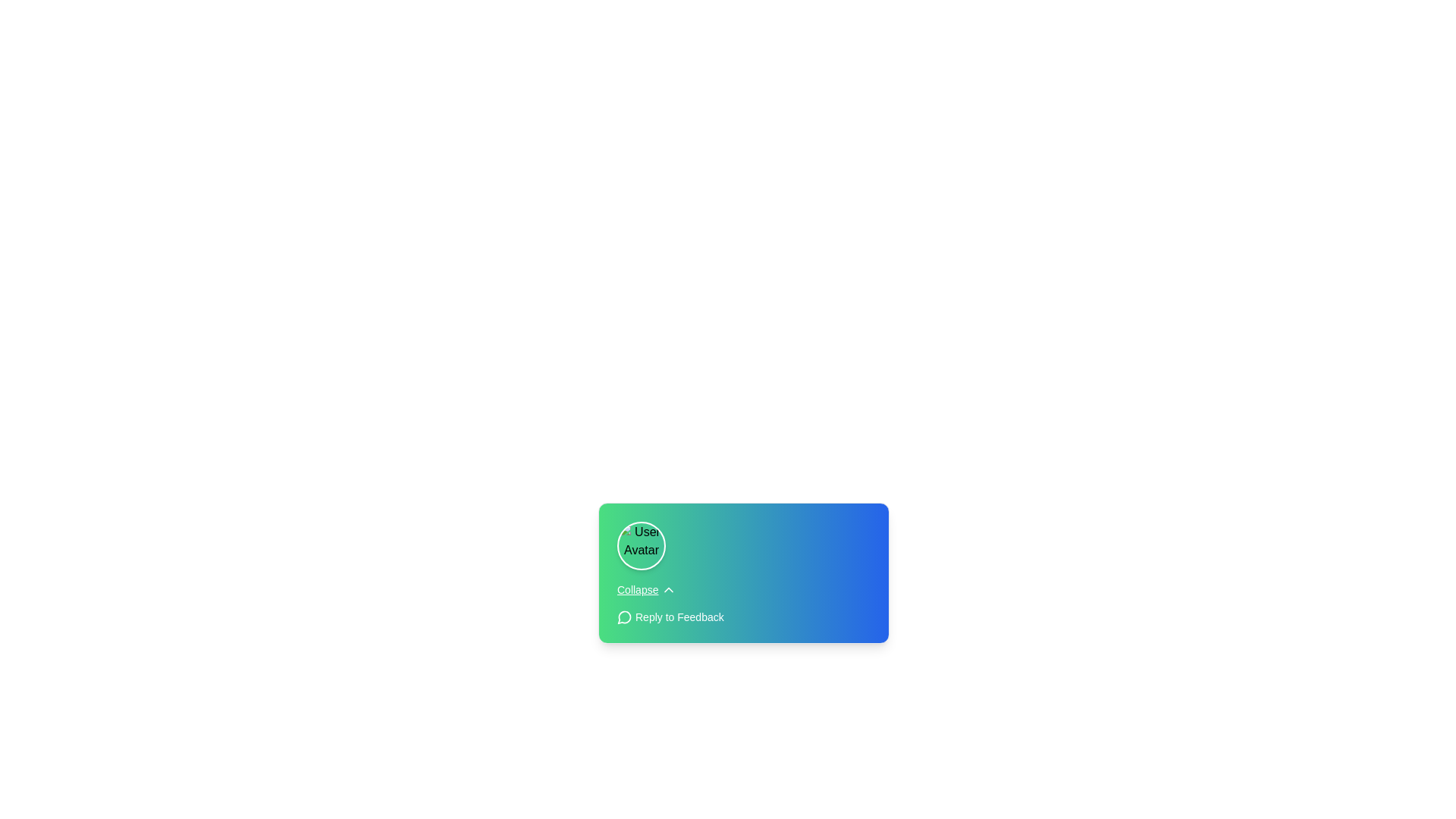 The height and width of the screenshot is (819, 1456). I want to click on the circular message bubble icon located to the left of the text 'Reply to Feedback', so click(625, 617).